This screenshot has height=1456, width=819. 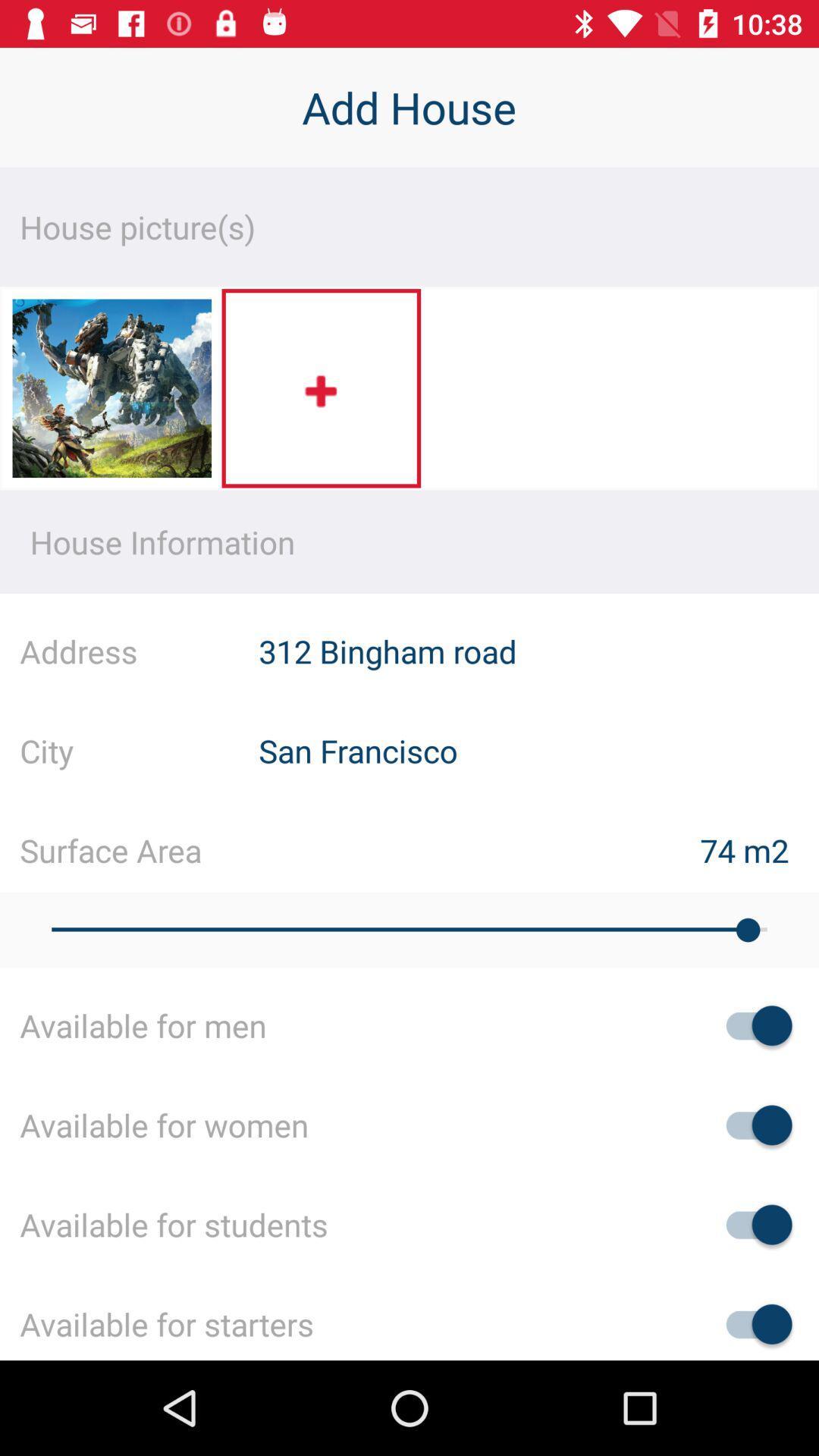 What do you see at coordinates (111, 393) in the screenshot?
I see `item below house picture(s)` at bounding box center [111, 393].